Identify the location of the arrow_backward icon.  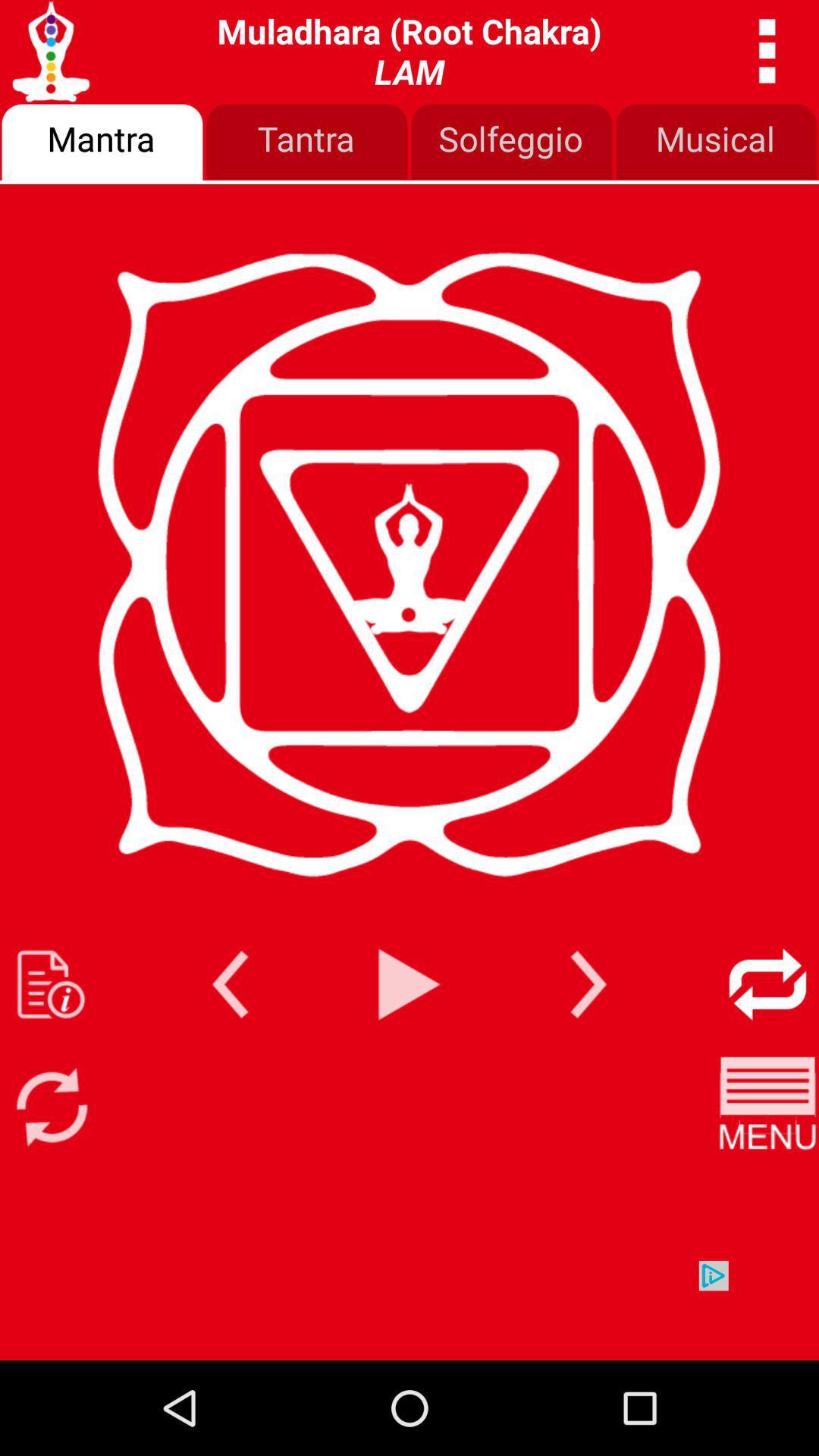
(230, 1053).